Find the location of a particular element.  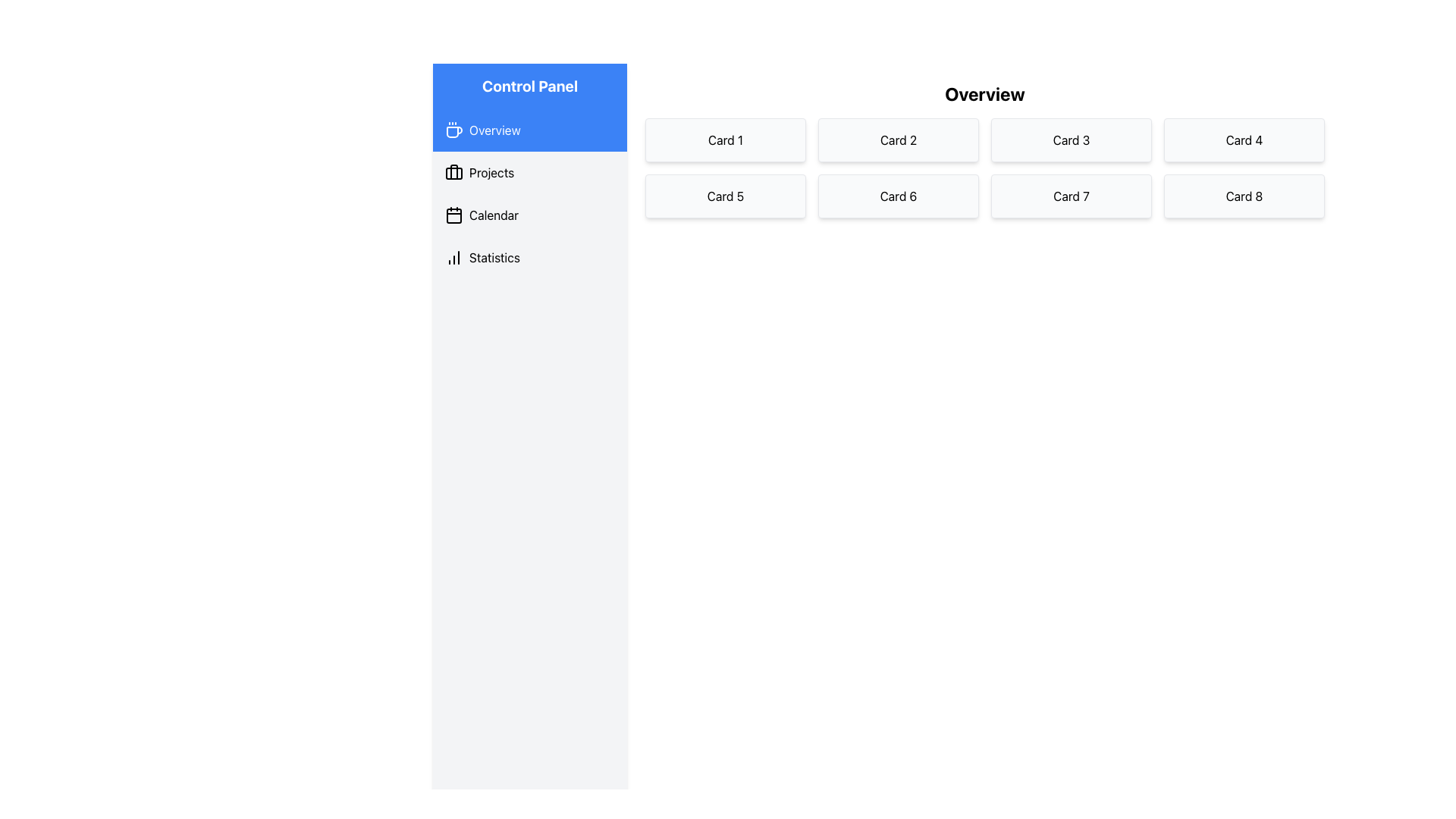

the text element labeling 'Card 3' within a grid layout, positioned between 'Card 2' and 'Card 4' is located at coordinates (1070, 140).